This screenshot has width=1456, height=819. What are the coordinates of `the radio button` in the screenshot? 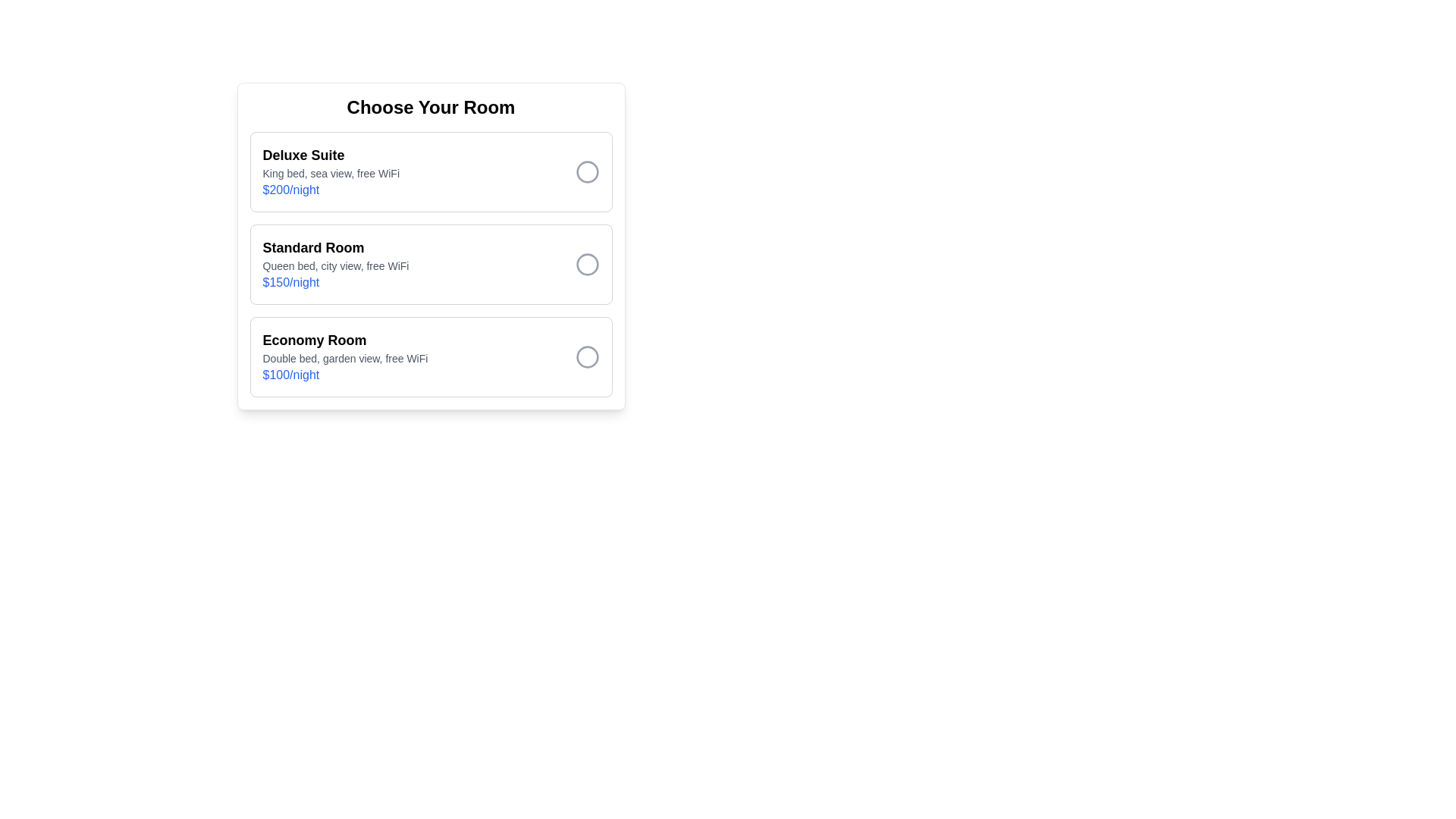 It's located at (586, 171).